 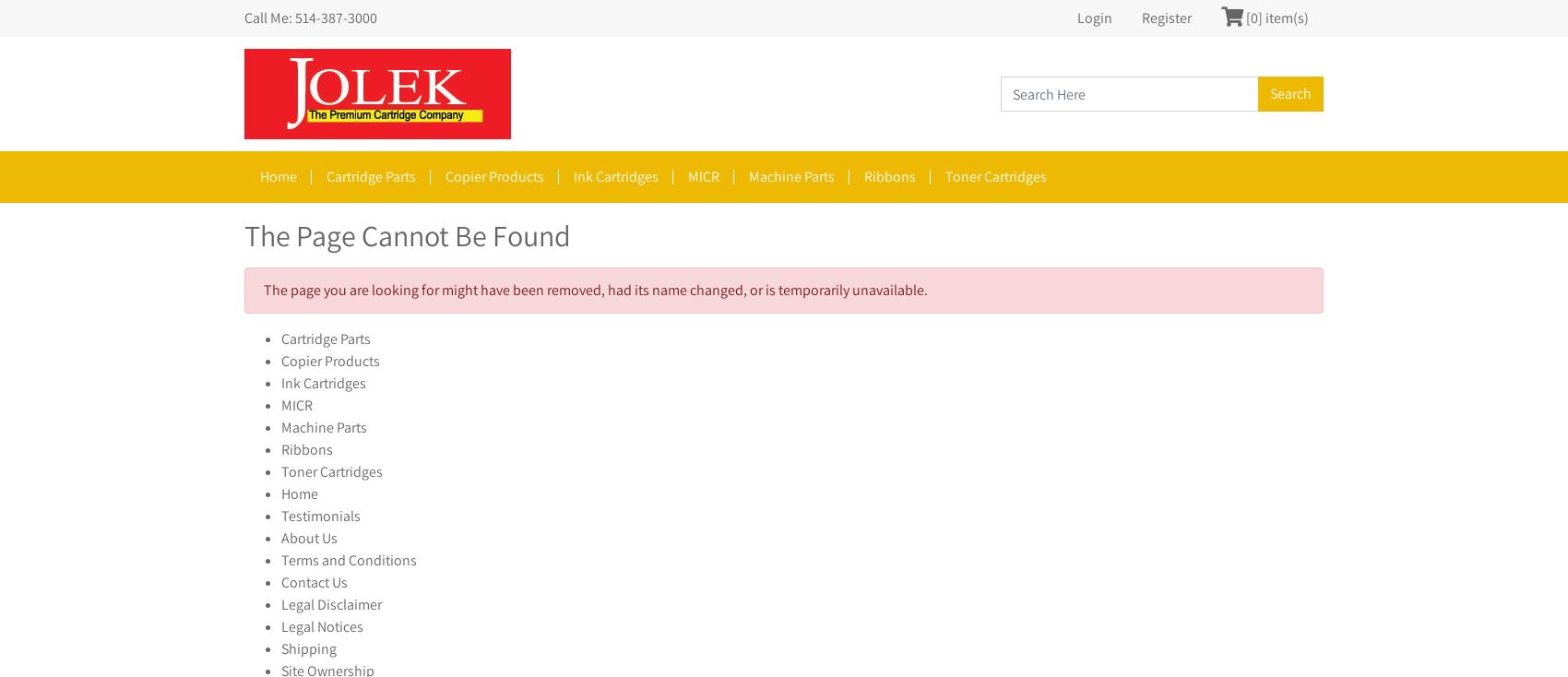 What do you see at coordinates (321, 626) in the screenshot?
I see `'Legal Notices'` at bounding box center [321, 626].